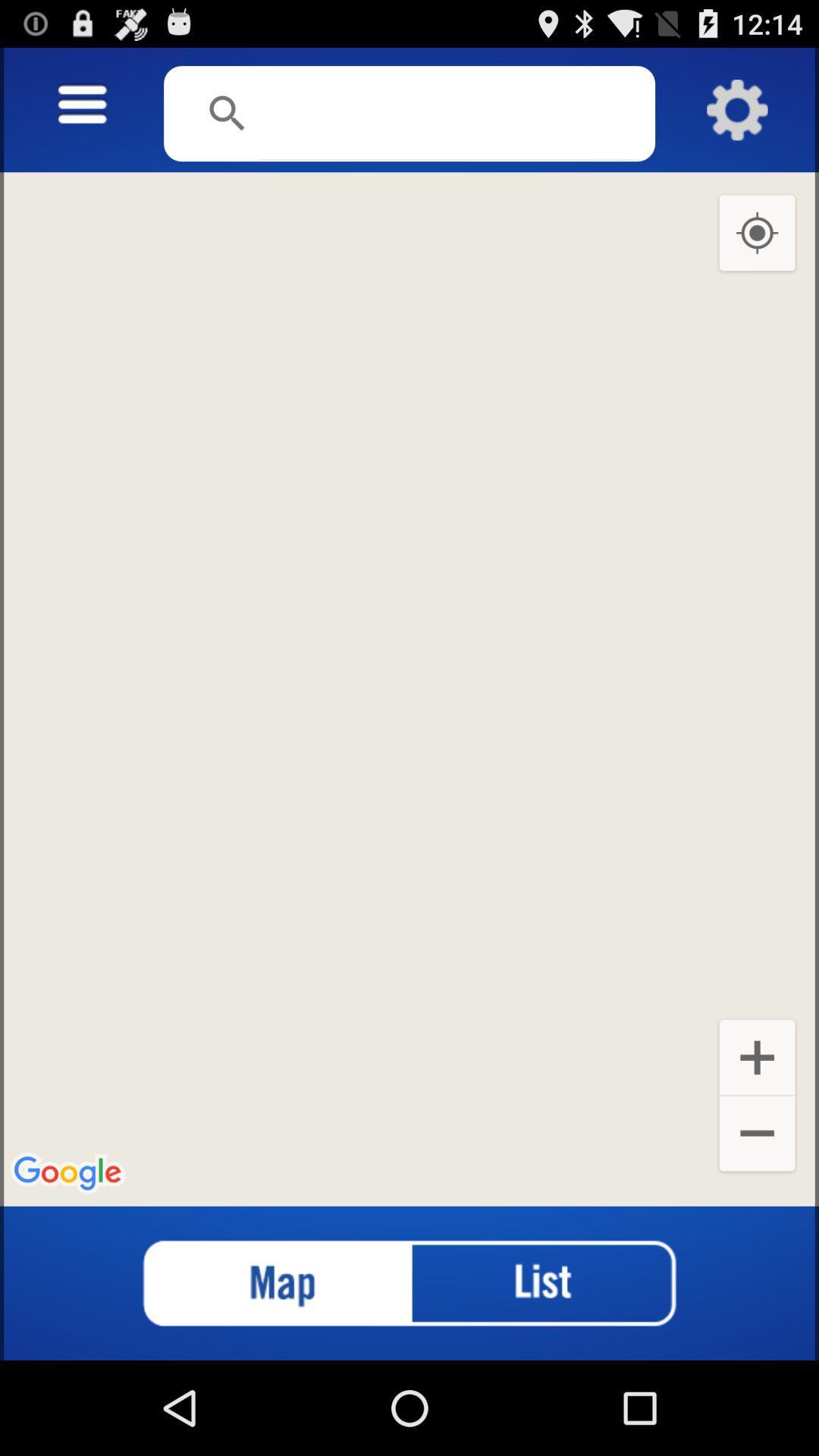  I want to click on the settings icon, so click(736, 117).